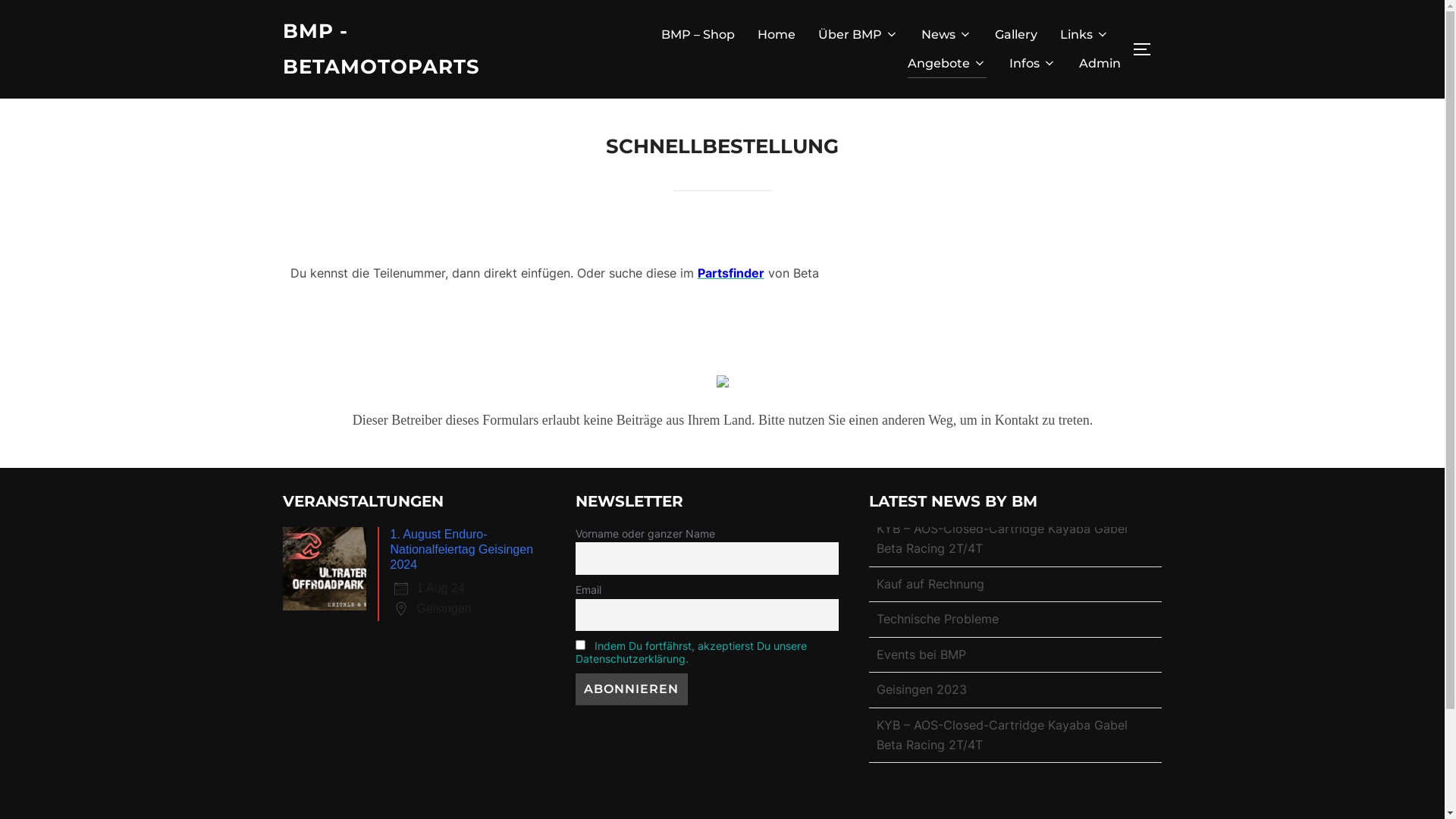 Image resolution: width=1456 pixels, height=819 pixels. I want to click on 'Links', so click(1084, 34).